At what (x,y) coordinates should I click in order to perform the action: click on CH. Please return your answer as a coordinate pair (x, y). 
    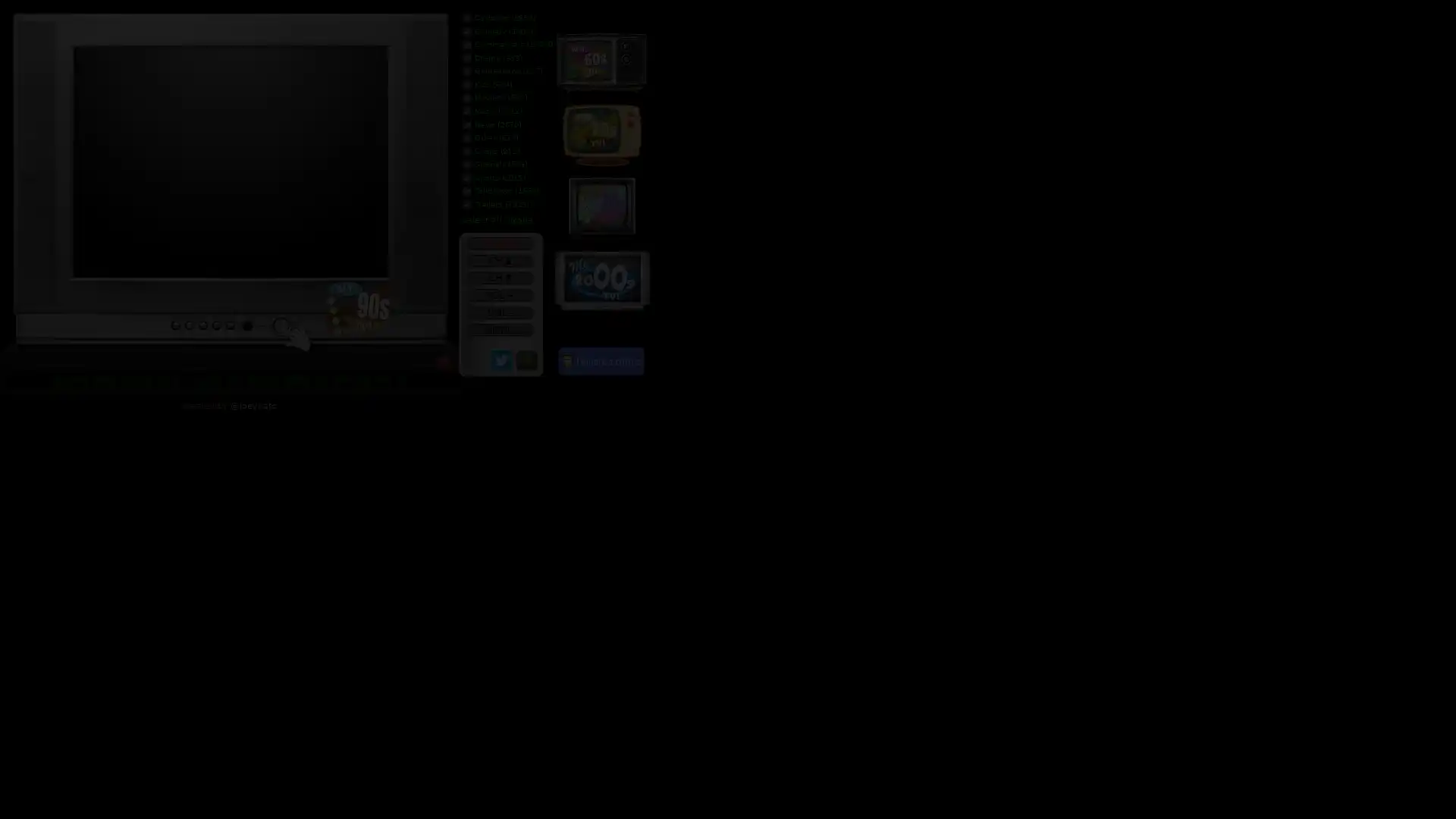
    Looking at the image, I should click on (499, 278).